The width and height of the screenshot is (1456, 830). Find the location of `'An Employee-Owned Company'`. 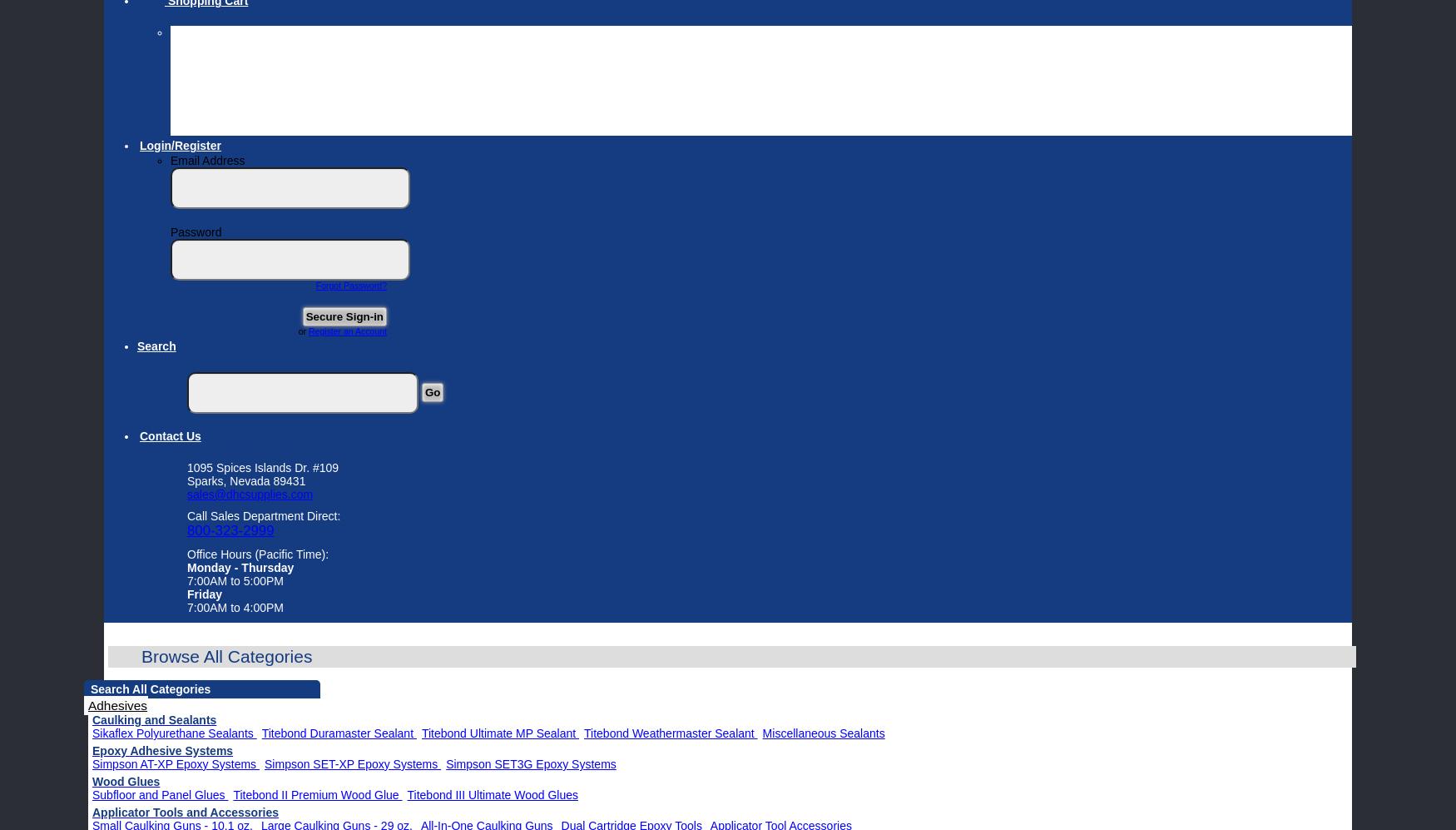

'An Employee-Owned Company' is located at coordinates (265, 114).